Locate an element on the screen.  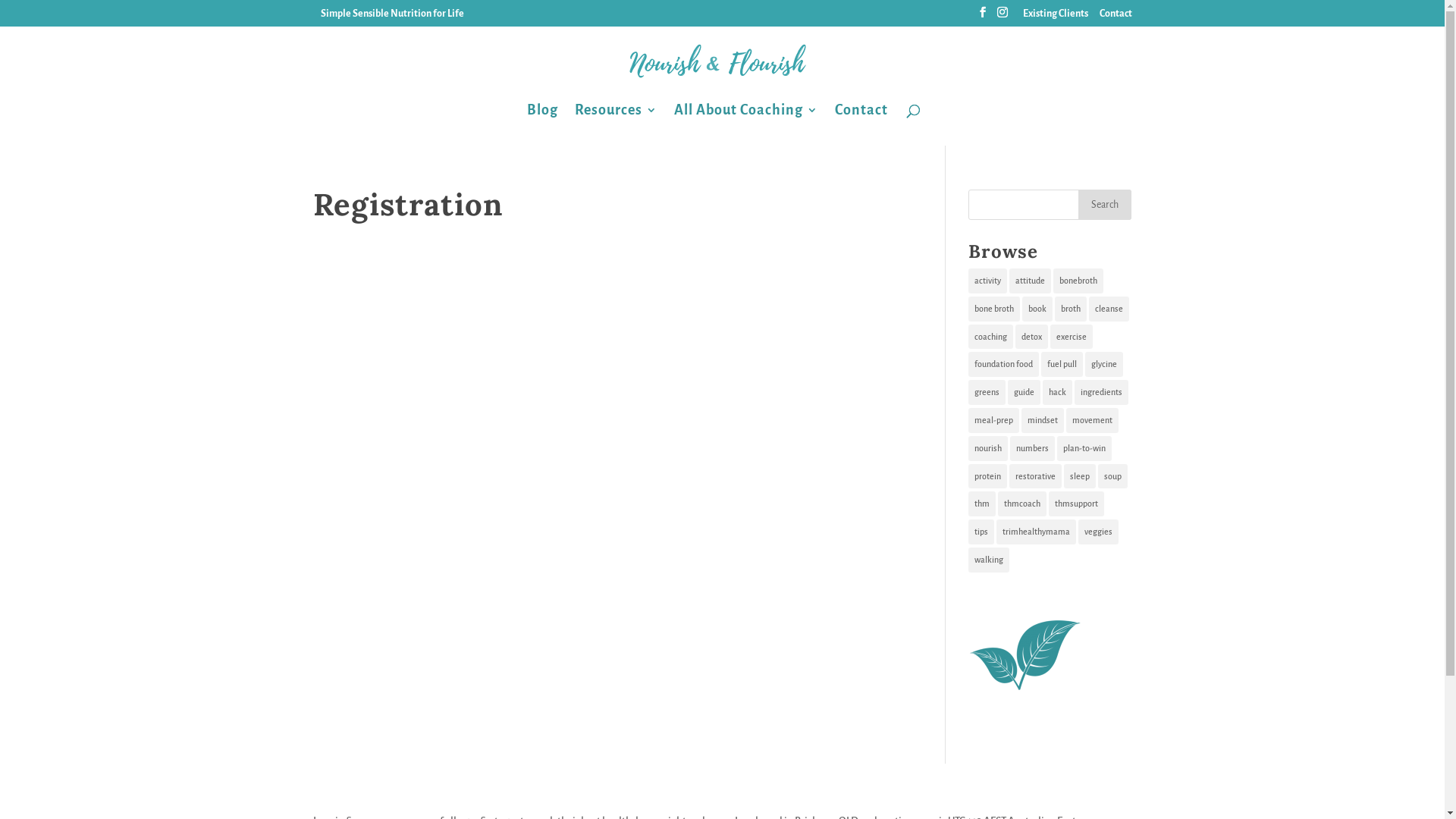
'hack' is located at coordinates (1056, 391).